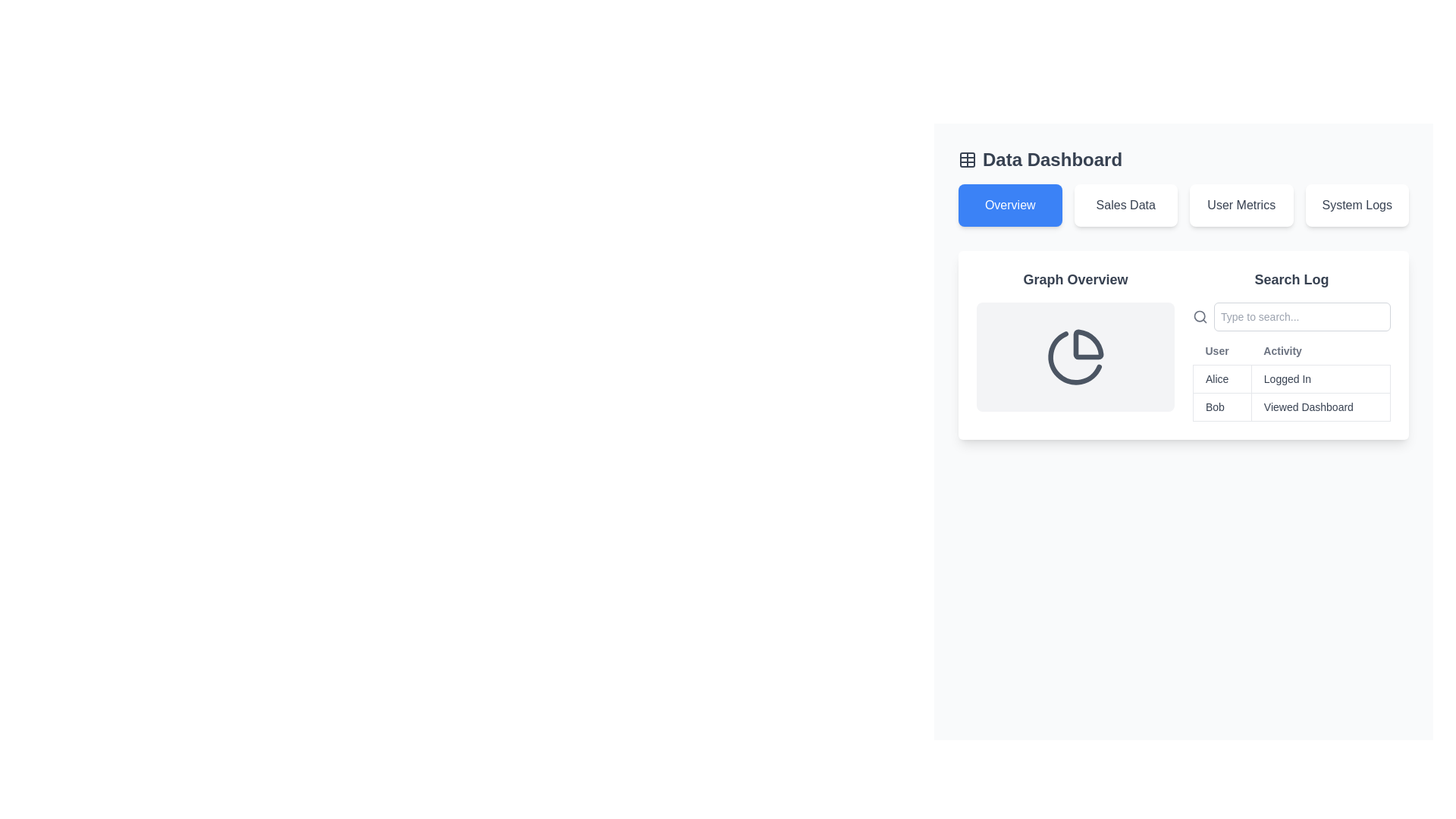  Describe the element at coordinates (1291, 345) in the screenshot. I see `the title of the composite element displaying user activities` at that location.